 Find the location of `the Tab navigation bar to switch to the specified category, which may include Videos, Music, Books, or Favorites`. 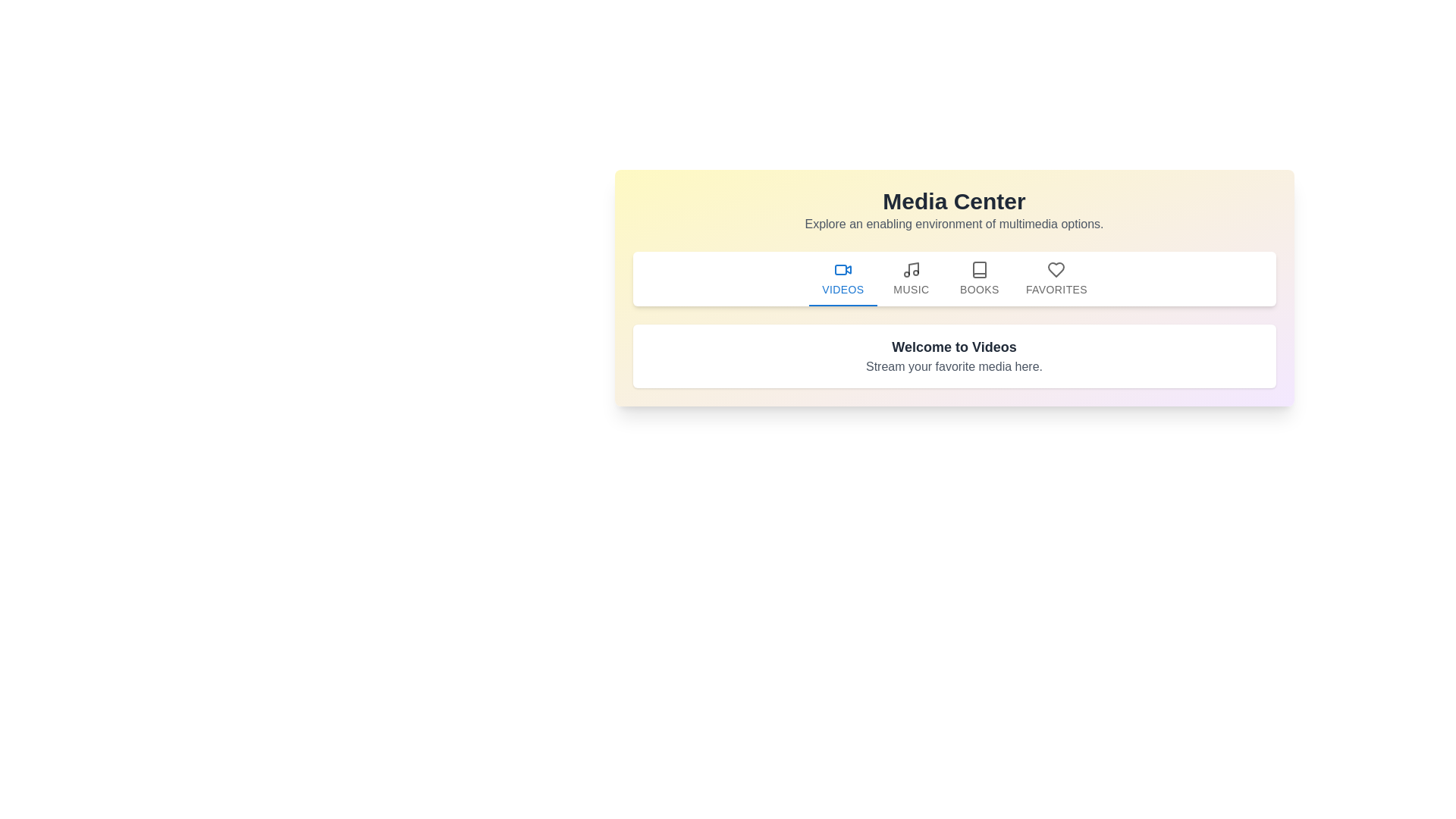

the Tab navigation bar to switch to the specified category, which may include Videos, Music, Books, or Favorites is located at coordinates (953, 278).